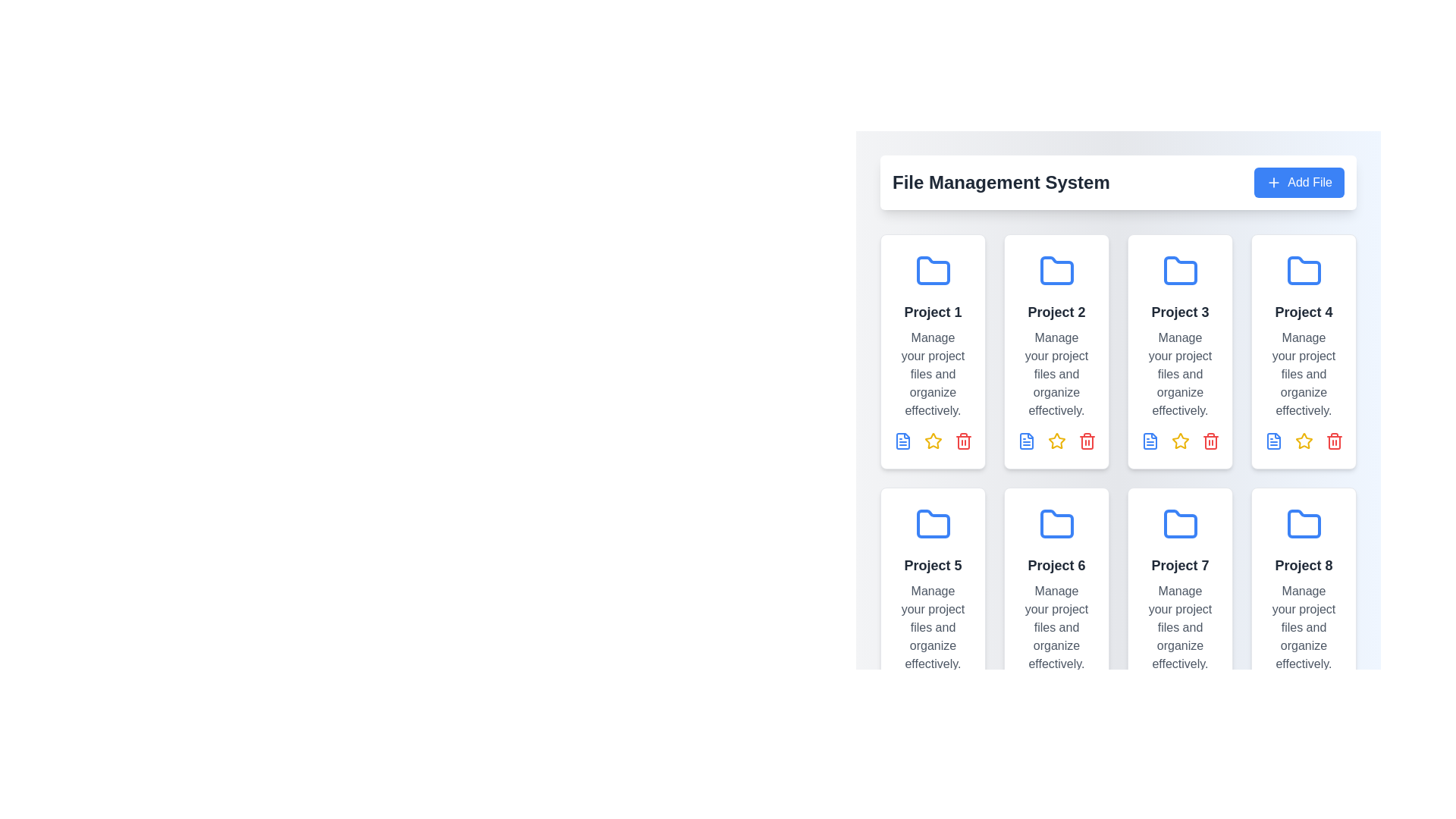  Describe the element at coordinates (1303, 565) in the screenshot. I see `text label that serves as a title or heading for 'Project 8', positioned in the lower-right corner of a group of cards, below a folder icon and above smaller descriptive text` at that location.